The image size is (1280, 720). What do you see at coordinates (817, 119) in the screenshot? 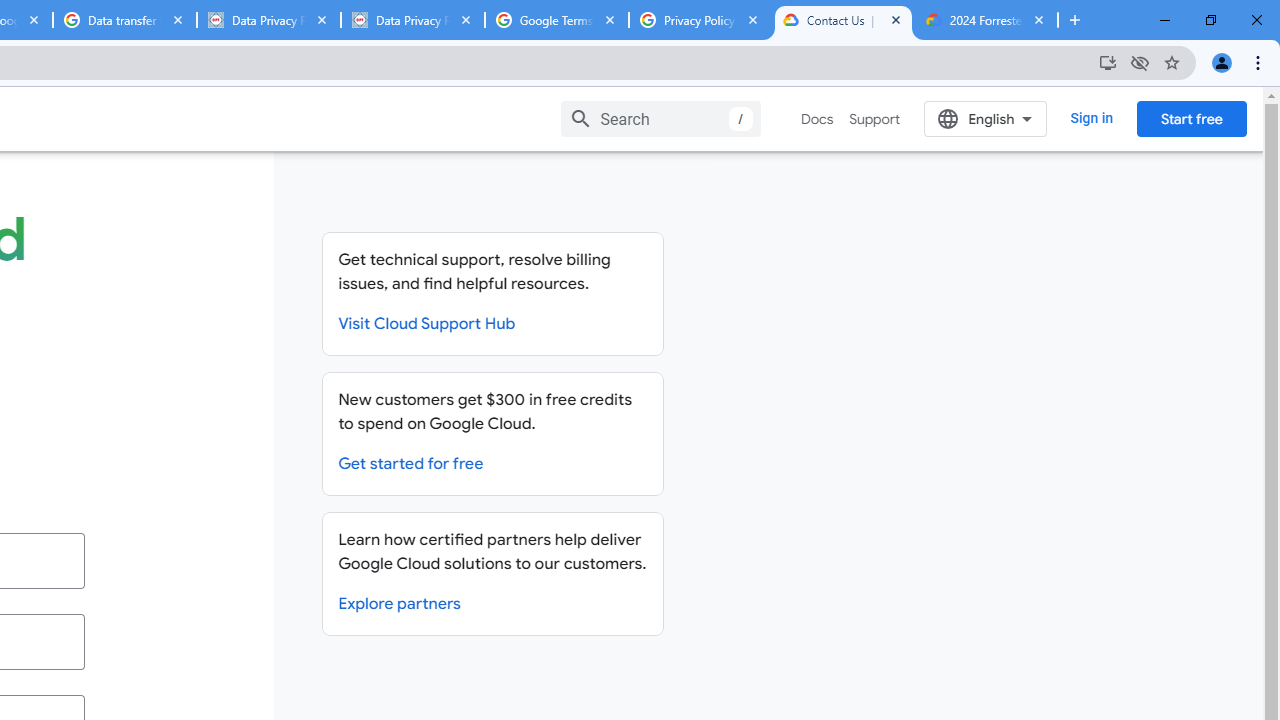
I see `'Docs'` at bounding box center [817, 119].